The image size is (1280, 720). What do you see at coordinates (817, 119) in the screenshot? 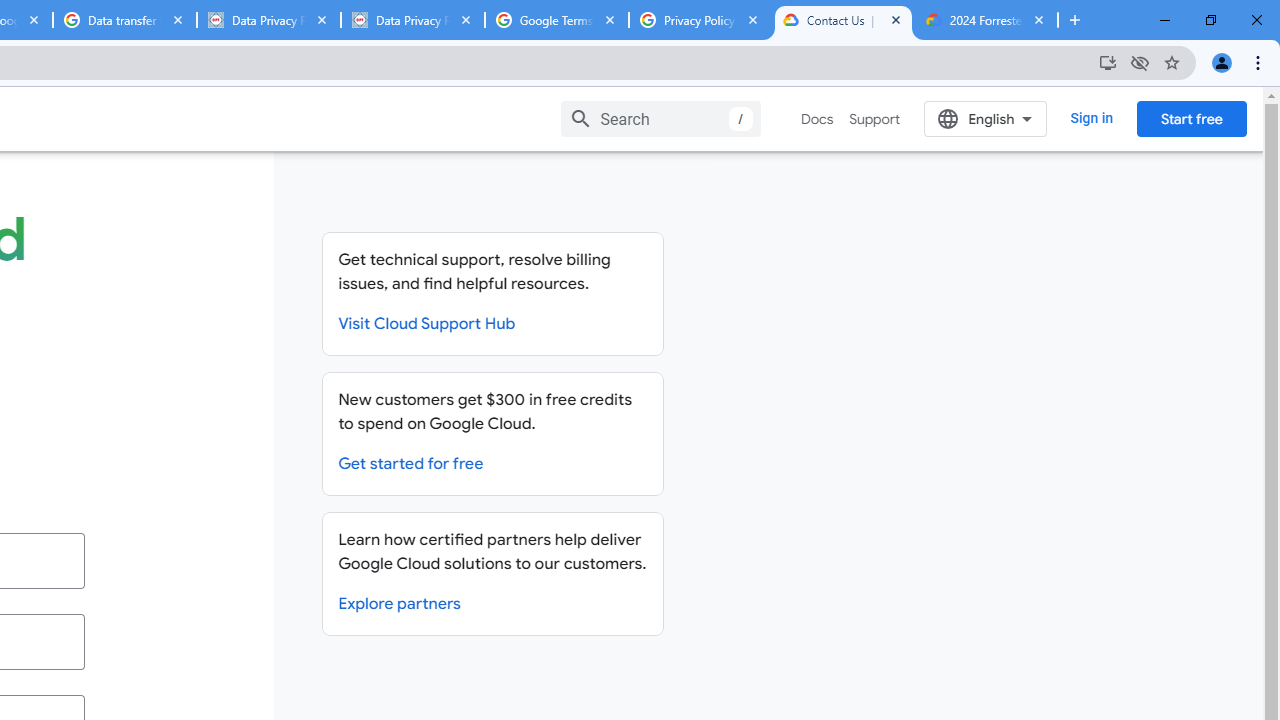
I see `'Docs'` at bounding box center [817, 119].